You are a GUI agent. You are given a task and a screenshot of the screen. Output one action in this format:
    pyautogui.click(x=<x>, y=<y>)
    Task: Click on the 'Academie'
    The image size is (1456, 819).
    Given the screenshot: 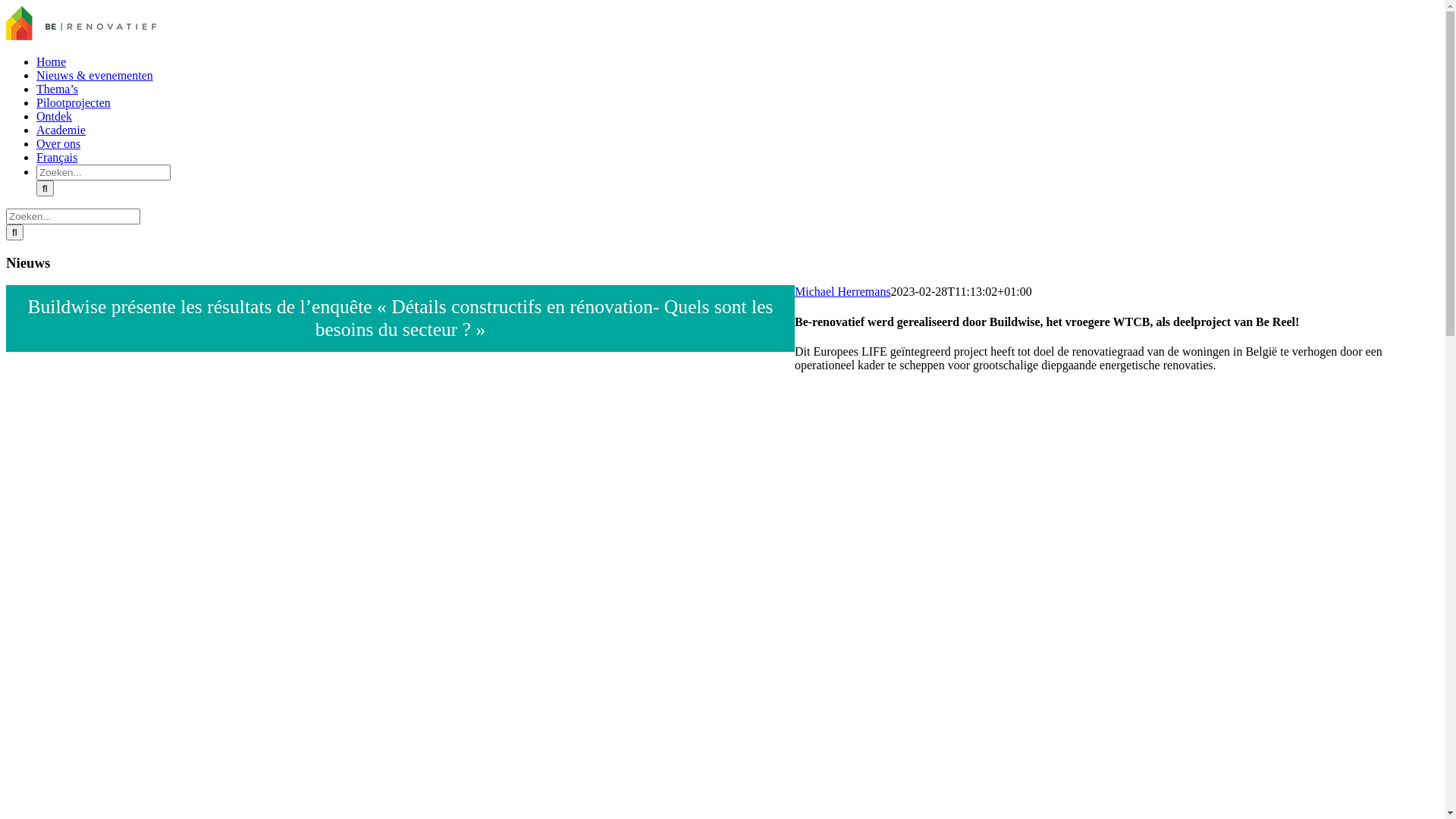 What is the action you would take?
    pyautogui.click(x=61, y=129)
    